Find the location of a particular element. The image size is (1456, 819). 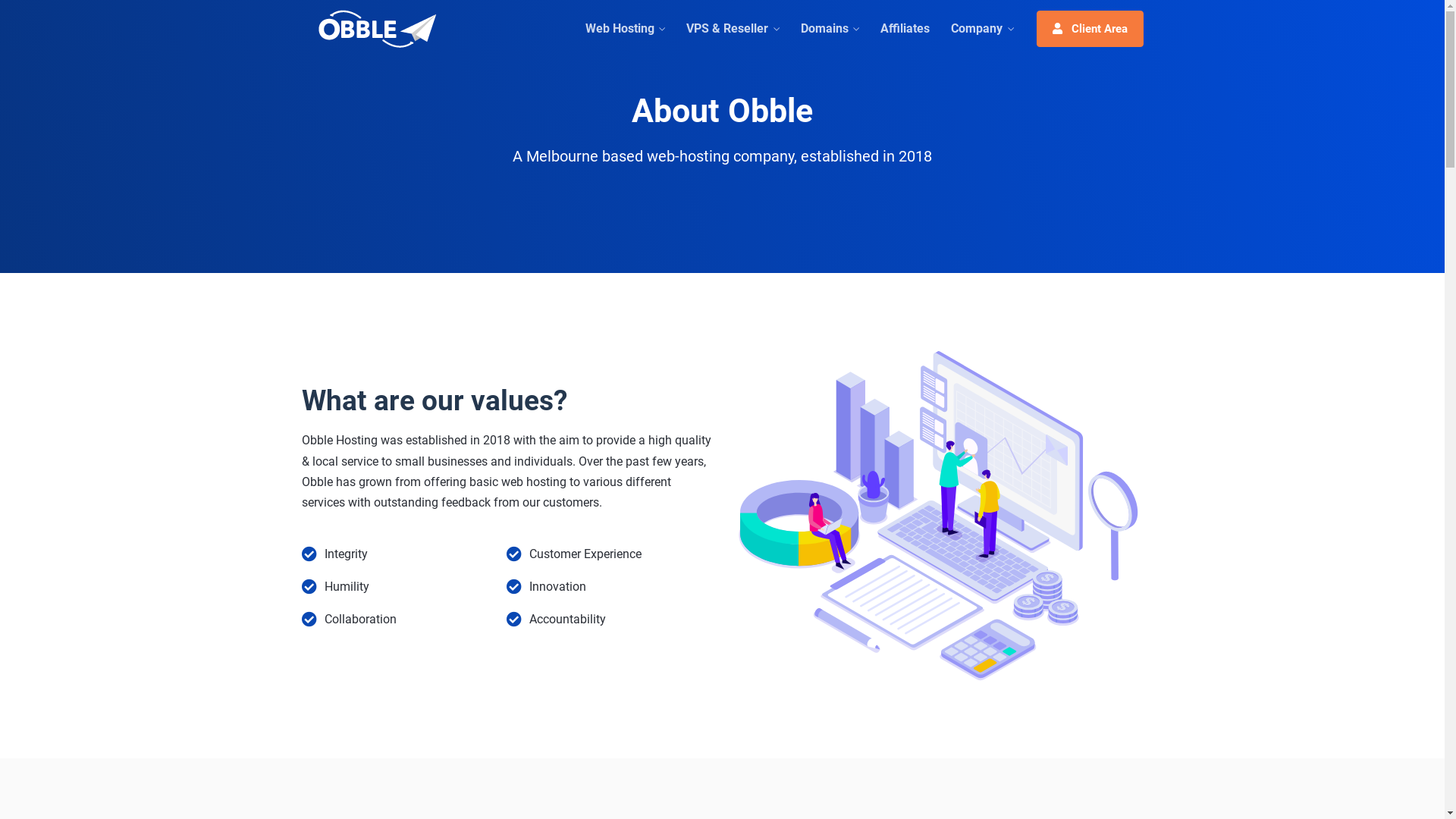

'Domains' is located at coordinates (829, 29).